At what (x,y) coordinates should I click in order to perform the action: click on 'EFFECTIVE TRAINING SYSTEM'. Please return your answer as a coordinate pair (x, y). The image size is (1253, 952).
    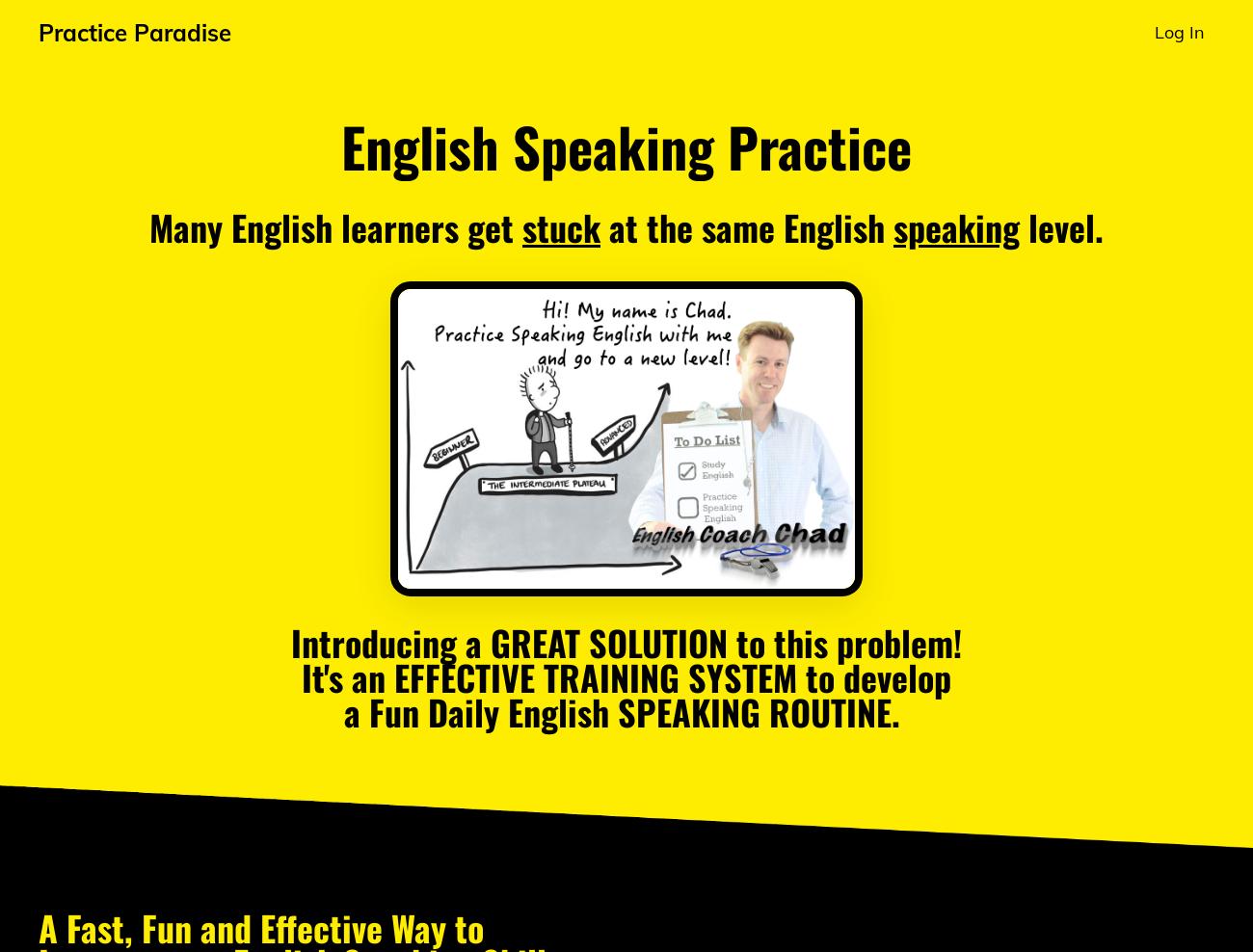
    Looking at the image, I should click on (596, 676).